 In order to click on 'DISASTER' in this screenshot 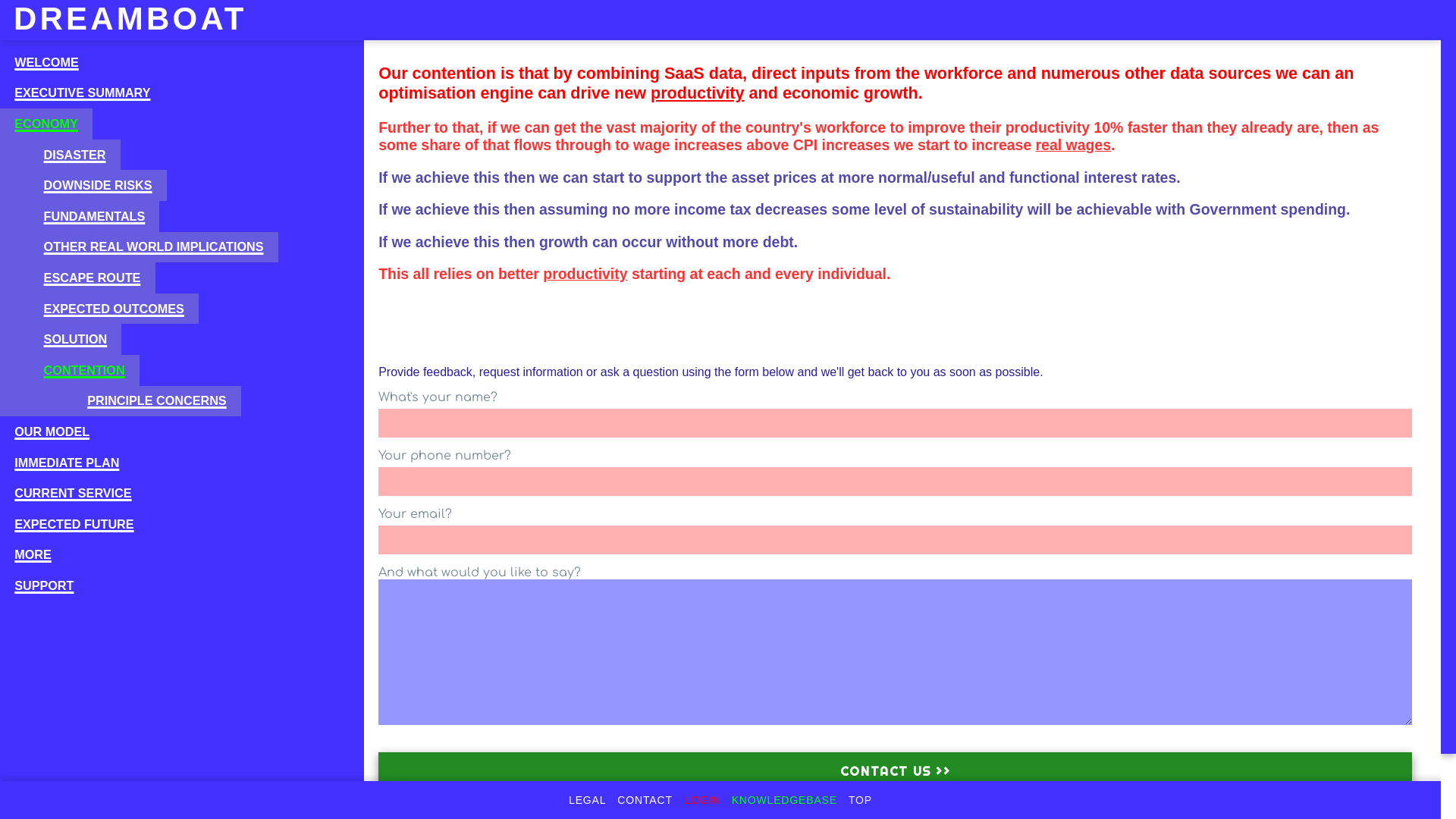, I will do `click(60, 155)`.